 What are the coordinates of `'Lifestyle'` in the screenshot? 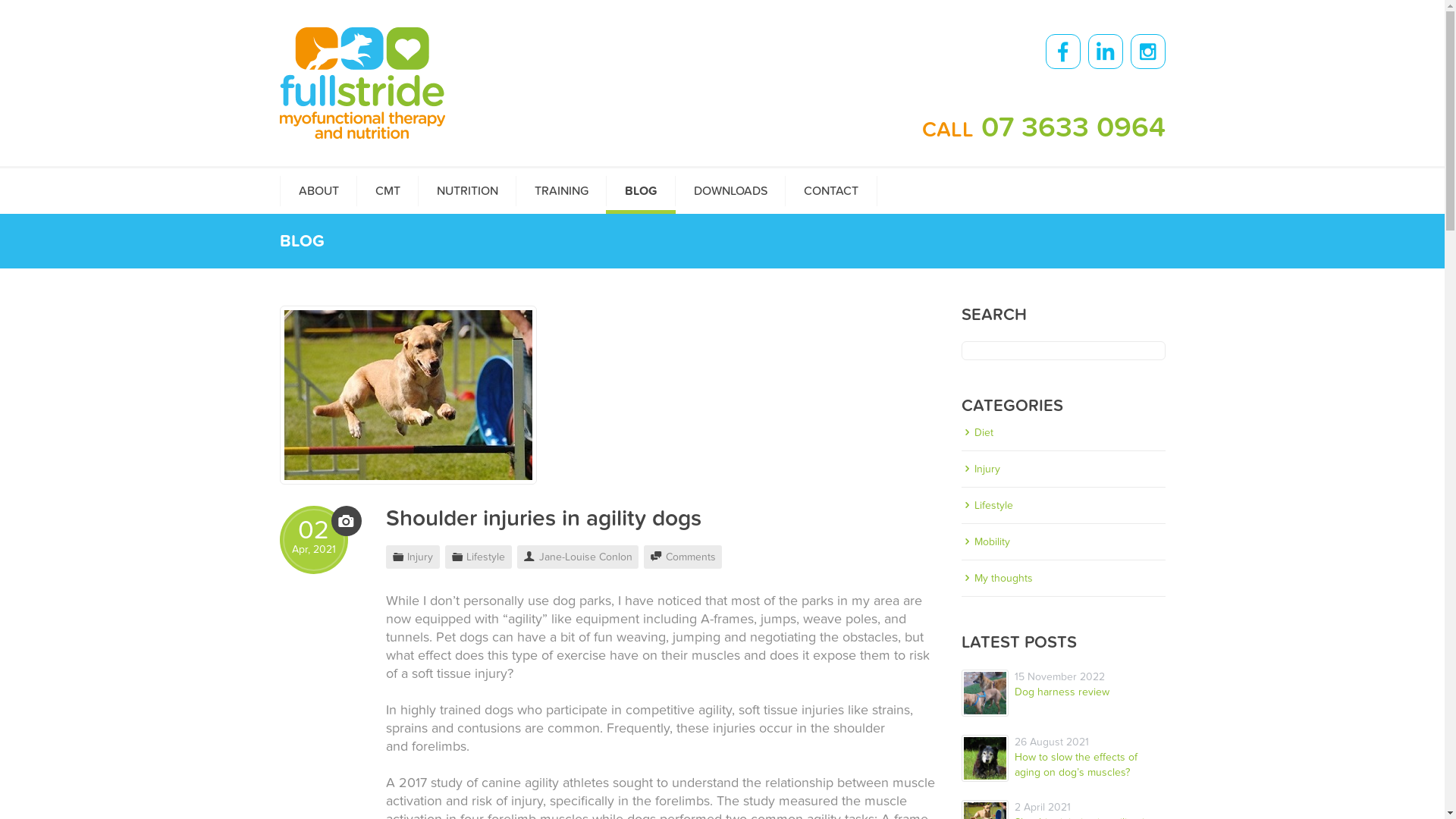 It's located at (1062, 505).